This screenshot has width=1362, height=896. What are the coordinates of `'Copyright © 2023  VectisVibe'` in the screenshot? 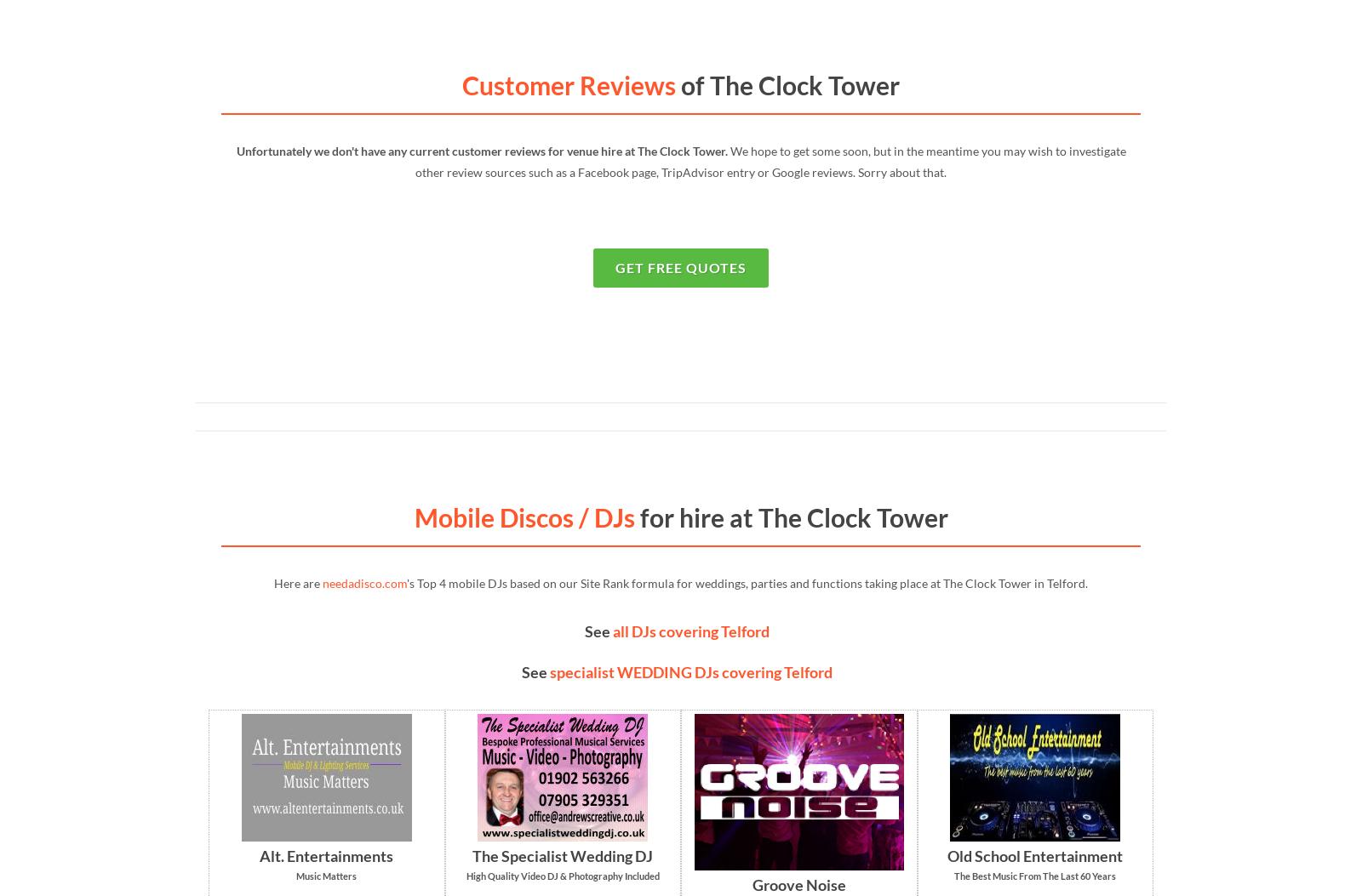 It's located at (195, 612).